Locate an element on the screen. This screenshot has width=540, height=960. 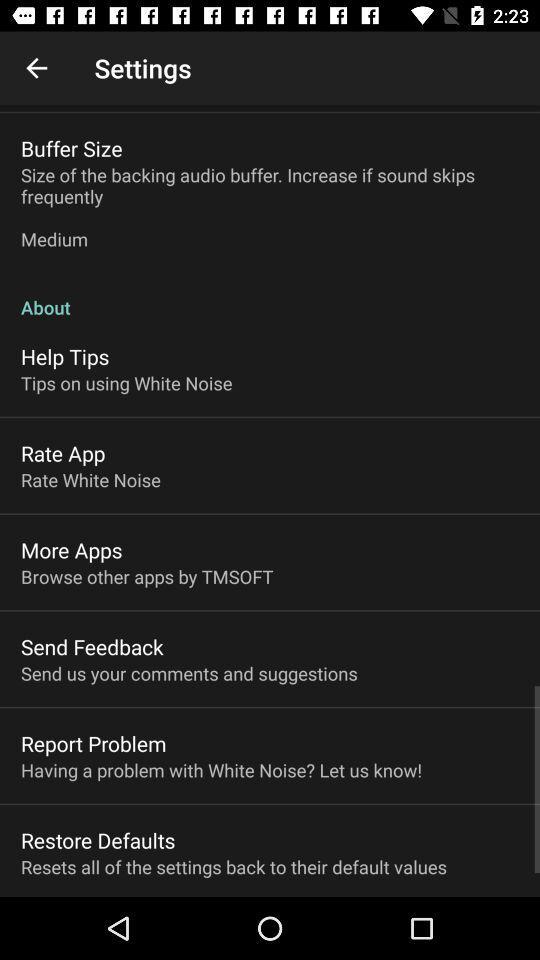
item above the buffer size item is located at coordinates (36, 68).